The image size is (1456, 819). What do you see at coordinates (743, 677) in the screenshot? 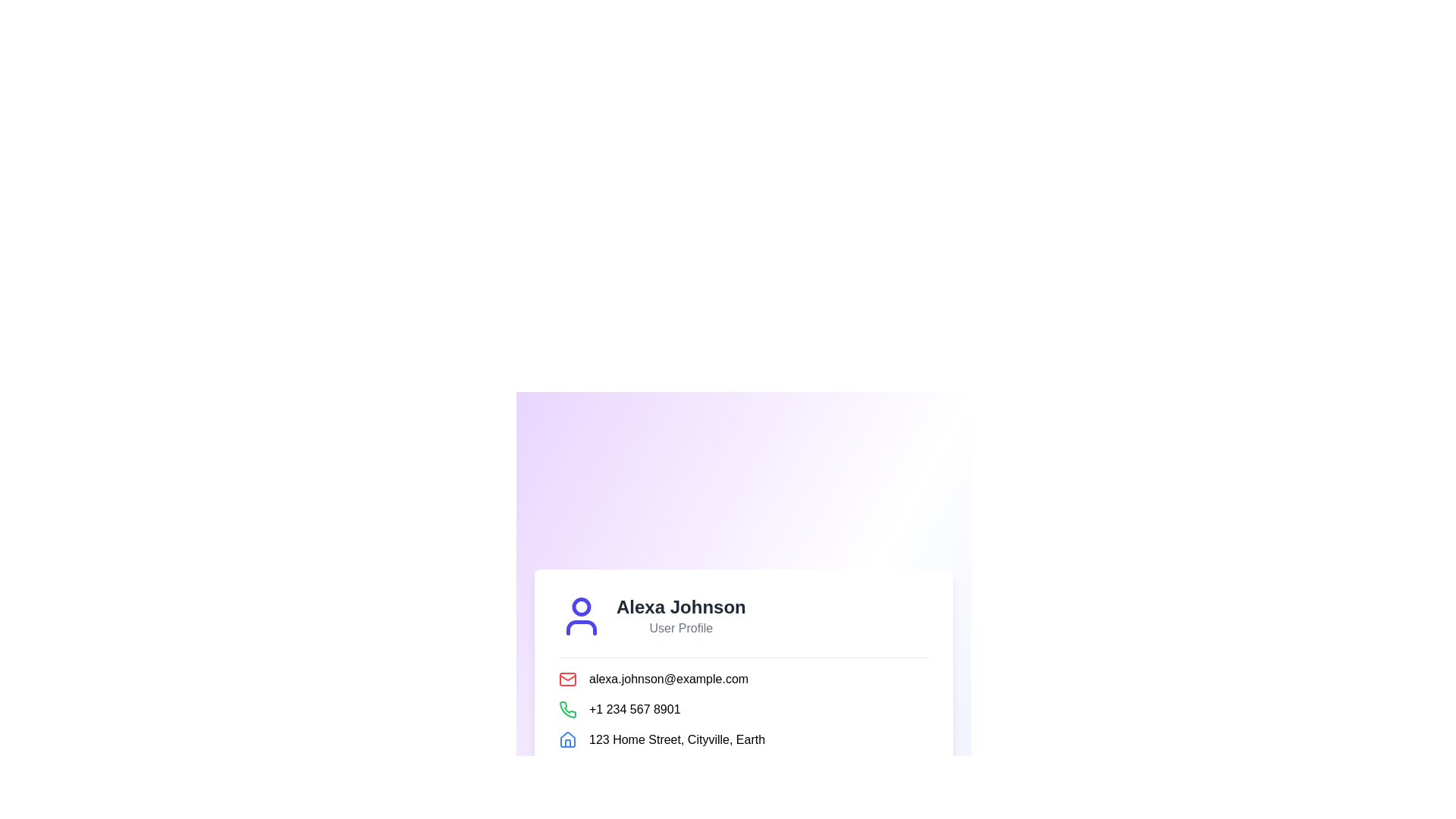
I see `the email address element displayed under the heading 'Alexa Johnson', which is the first entry in the vertical list of contact details` at bounding box center [743, 677].